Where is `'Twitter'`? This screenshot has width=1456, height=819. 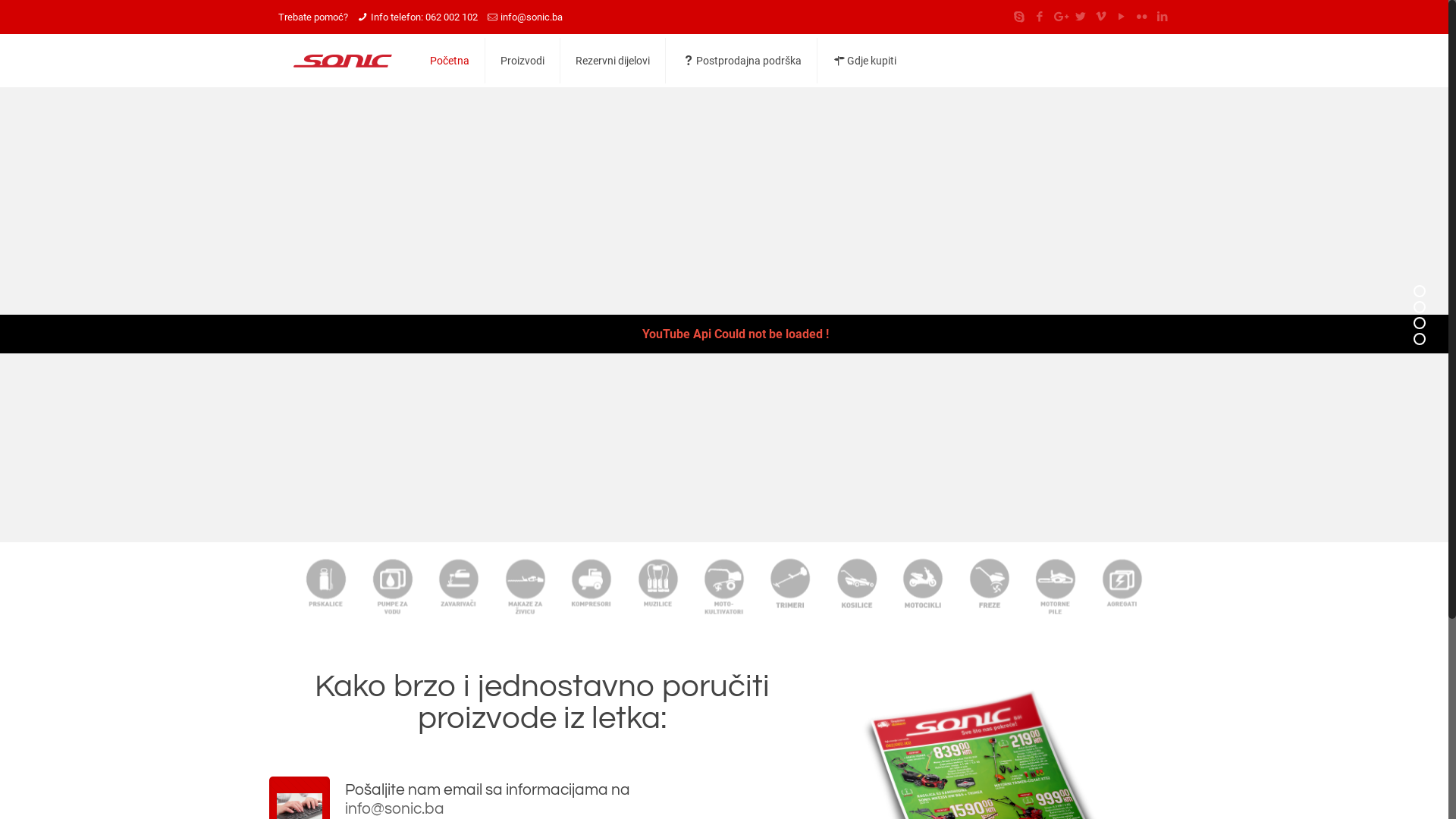 'Twitter' is located at coordinates (1079, 17).